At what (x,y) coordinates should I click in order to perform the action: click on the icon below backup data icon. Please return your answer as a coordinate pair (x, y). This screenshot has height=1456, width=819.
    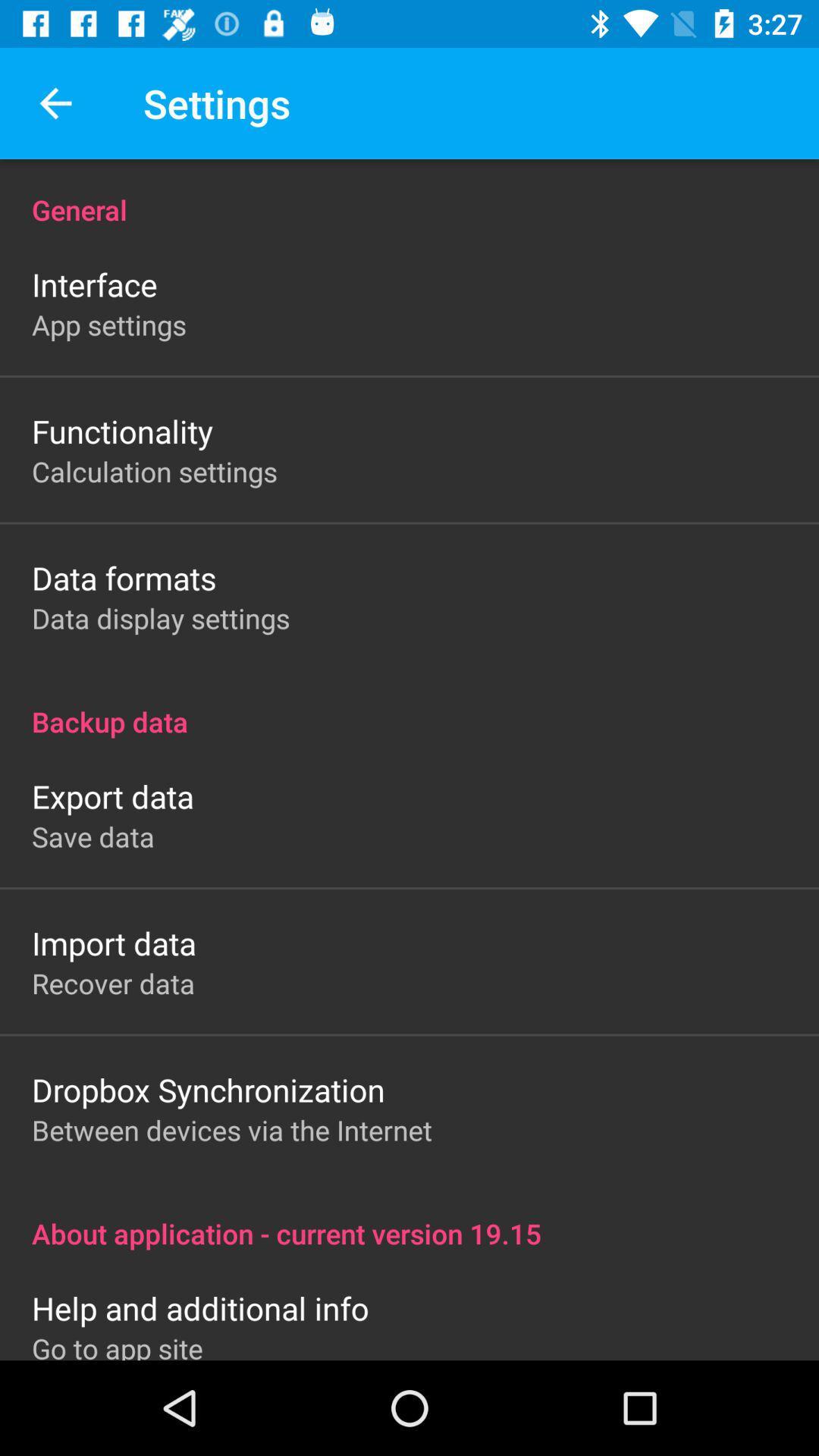
    Looking at the image, I should click on (111, 795).